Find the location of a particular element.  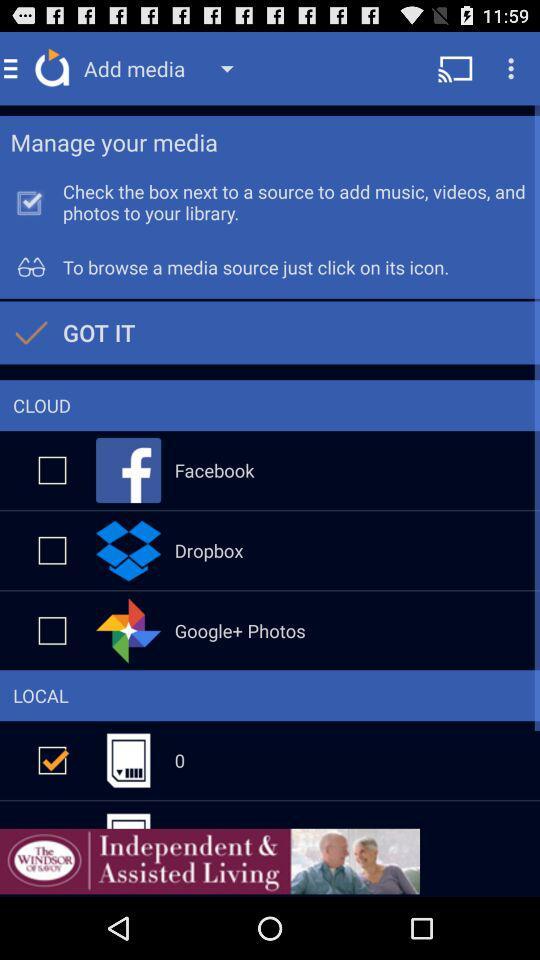

mark is located at coordinates (52, 470).